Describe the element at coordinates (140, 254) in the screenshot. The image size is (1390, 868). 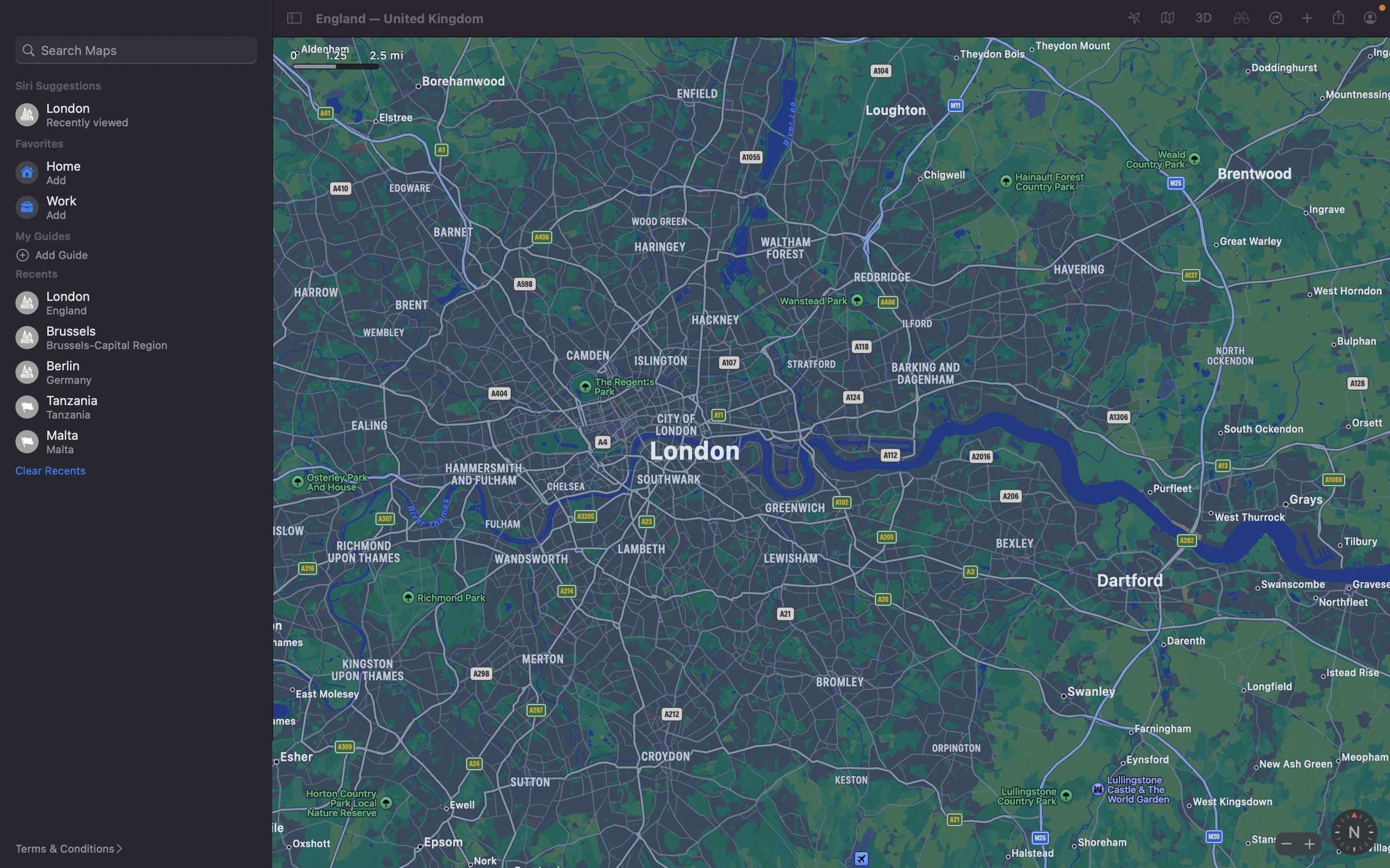
I see `Insert a fresh guide for exploration` at that location.